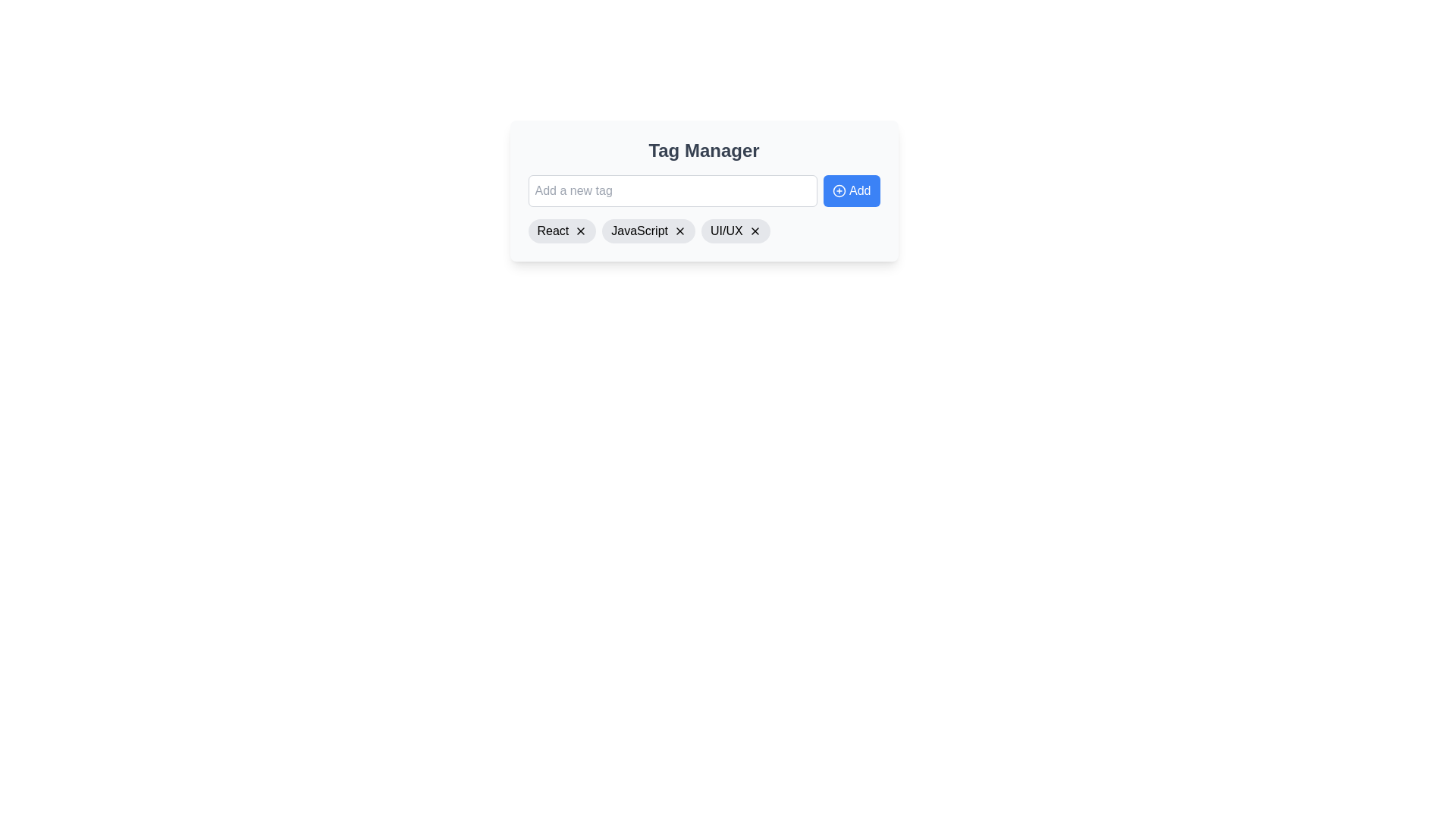  I want to click on the button that removes the 'UI/UX' tag from the list, so click(755, 231).